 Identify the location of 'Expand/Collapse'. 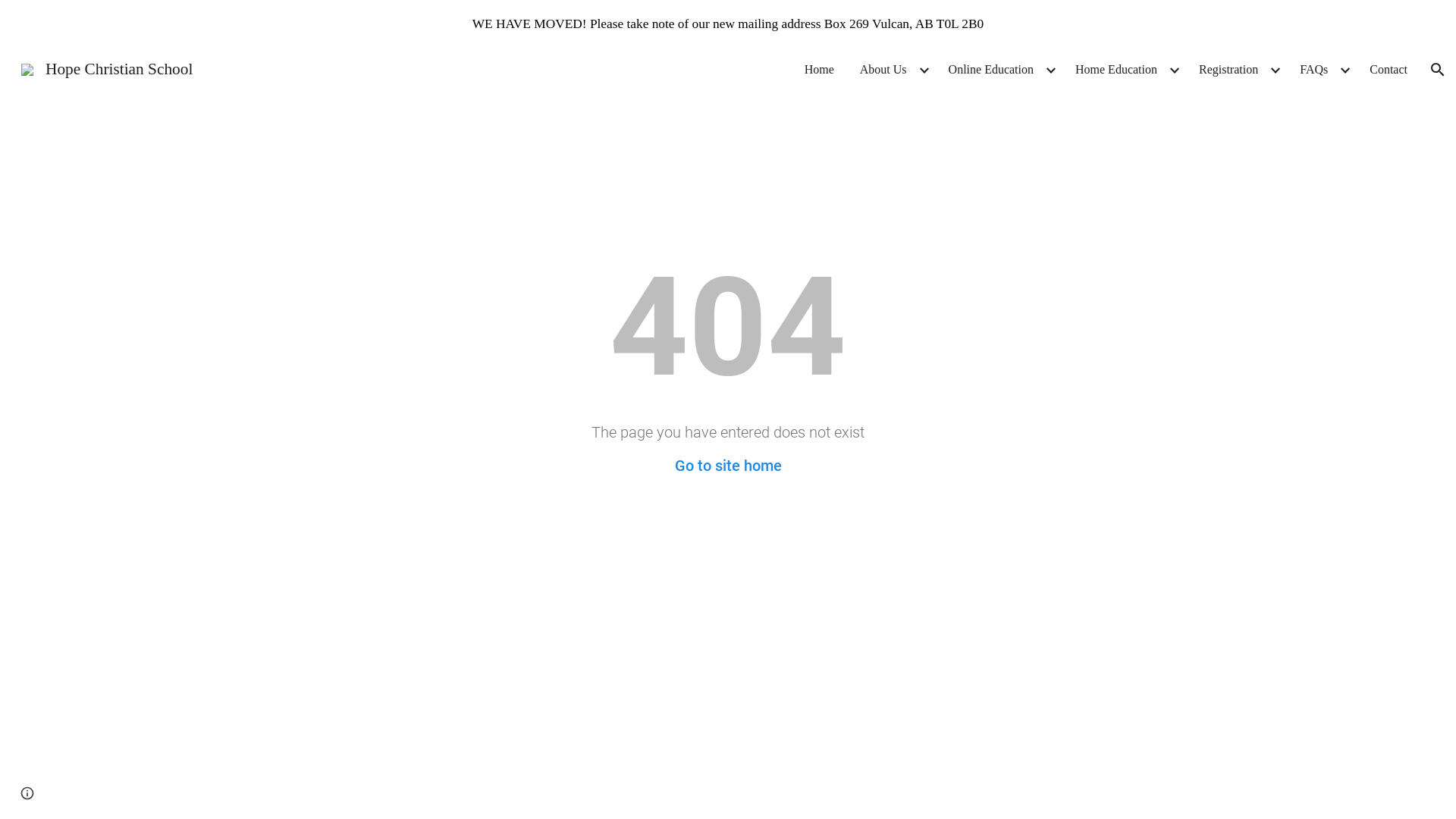
(1050, 70).